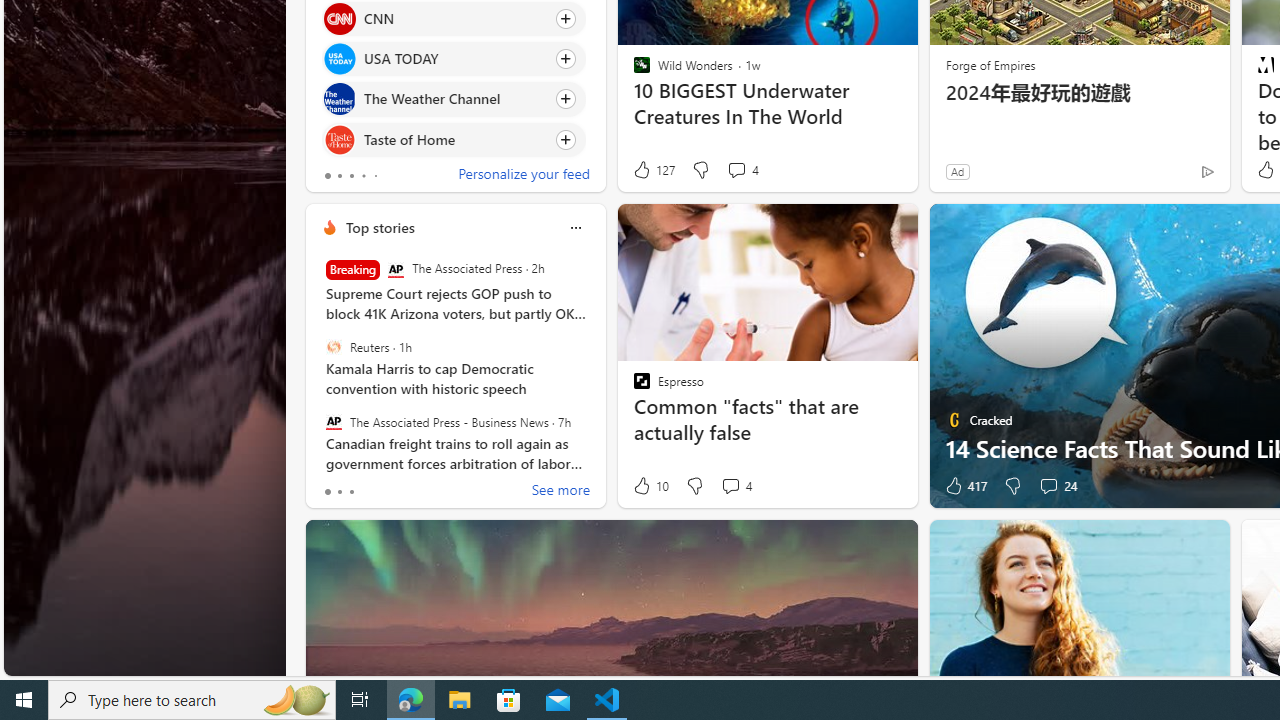  What do you see at coordinates (333, 420) in the screenshot?
I see `'The Associated Press - Business News'` at bounding box center [333, 420].